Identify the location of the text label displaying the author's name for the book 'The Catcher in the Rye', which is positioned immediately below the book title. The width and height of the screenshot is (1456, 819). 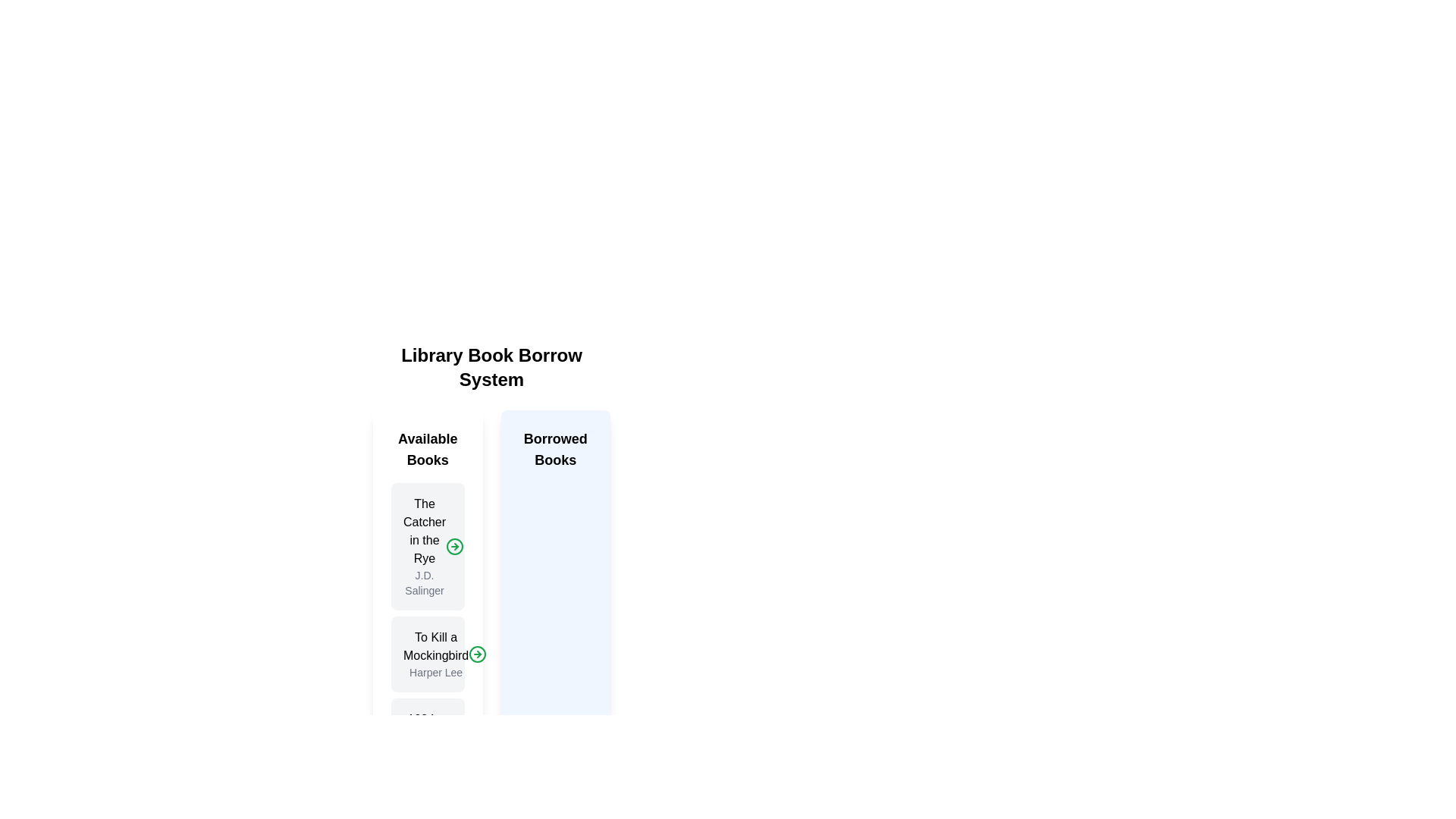
(425, 582).